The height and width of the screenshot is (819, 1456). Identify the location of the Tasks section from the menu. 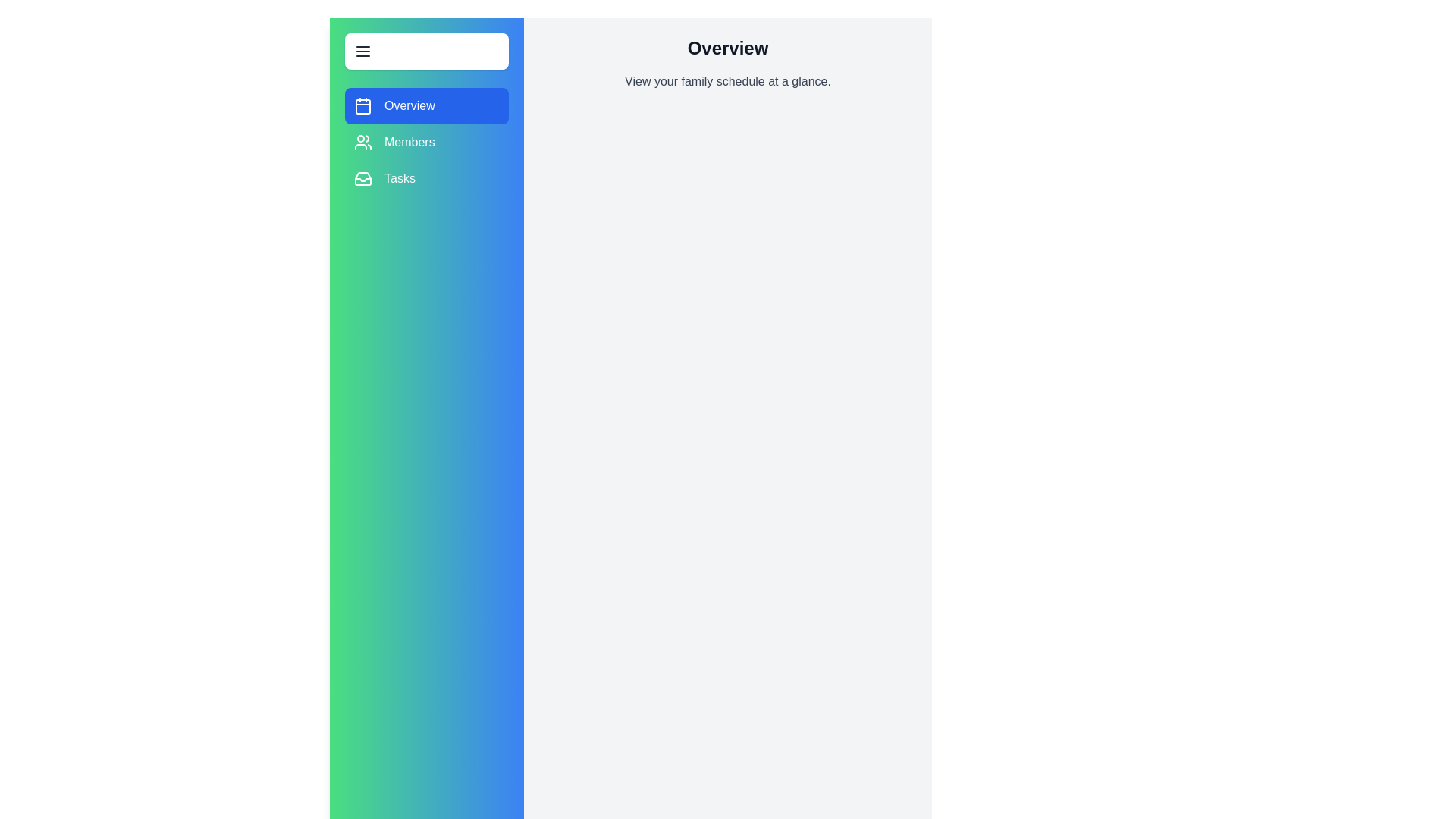
(425, 177).